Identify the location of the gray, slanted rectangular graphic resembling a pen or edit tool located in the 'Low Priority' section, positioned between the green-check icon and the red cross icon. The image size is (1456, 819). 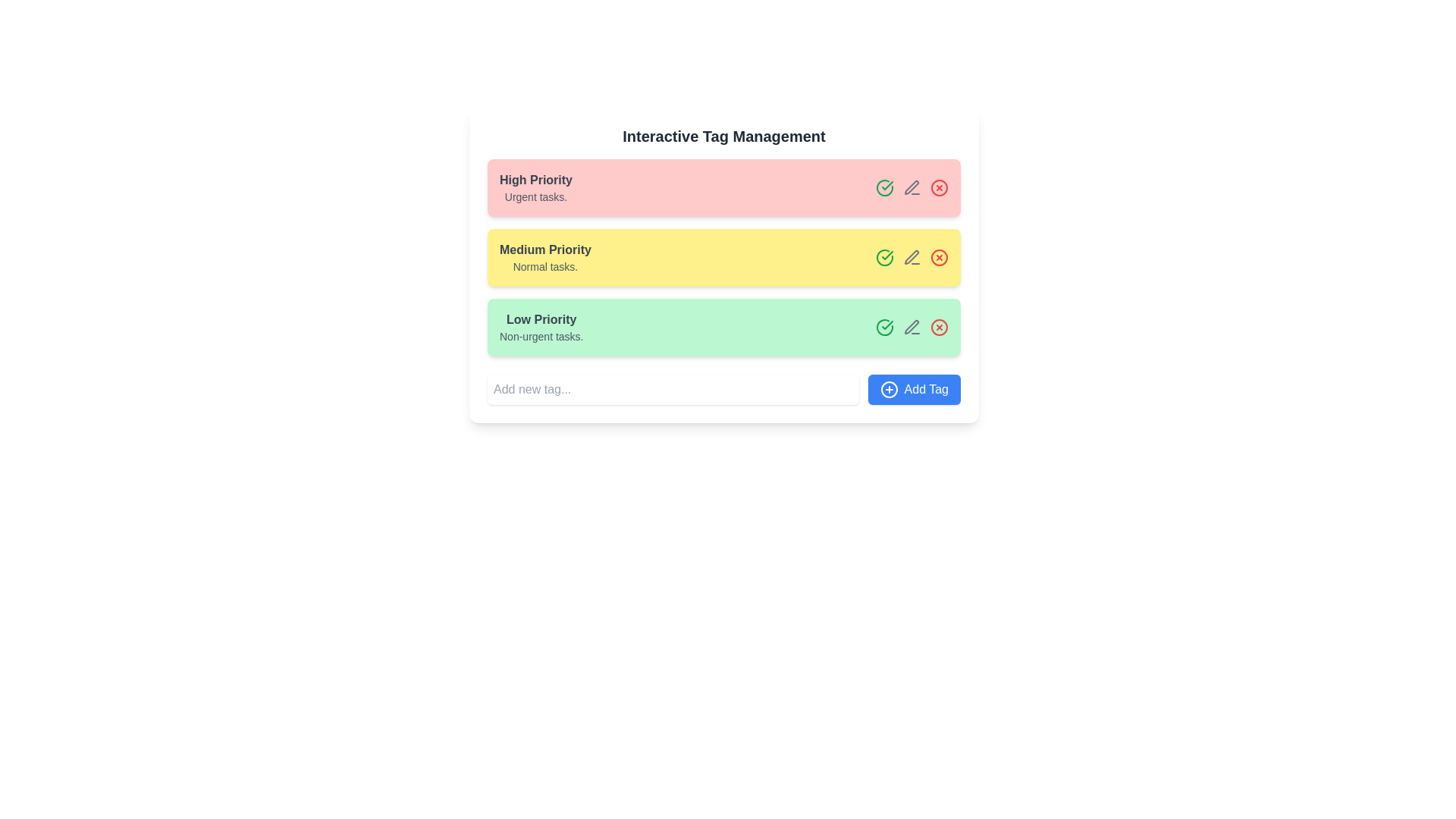
(911, 326).